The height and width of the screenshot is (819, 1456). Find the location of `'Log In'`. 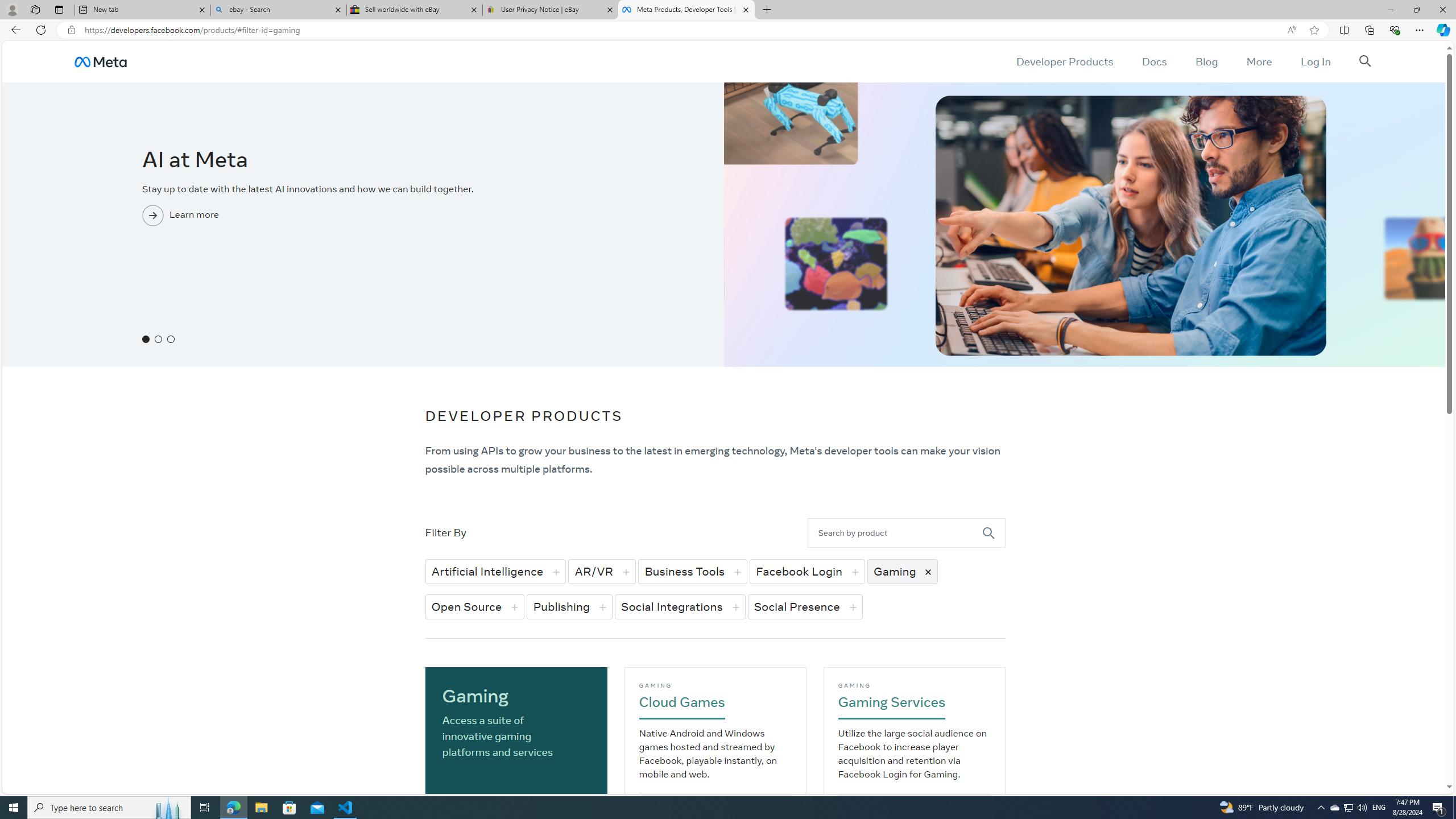

'Log In' is located at coordinates (1314, 61).